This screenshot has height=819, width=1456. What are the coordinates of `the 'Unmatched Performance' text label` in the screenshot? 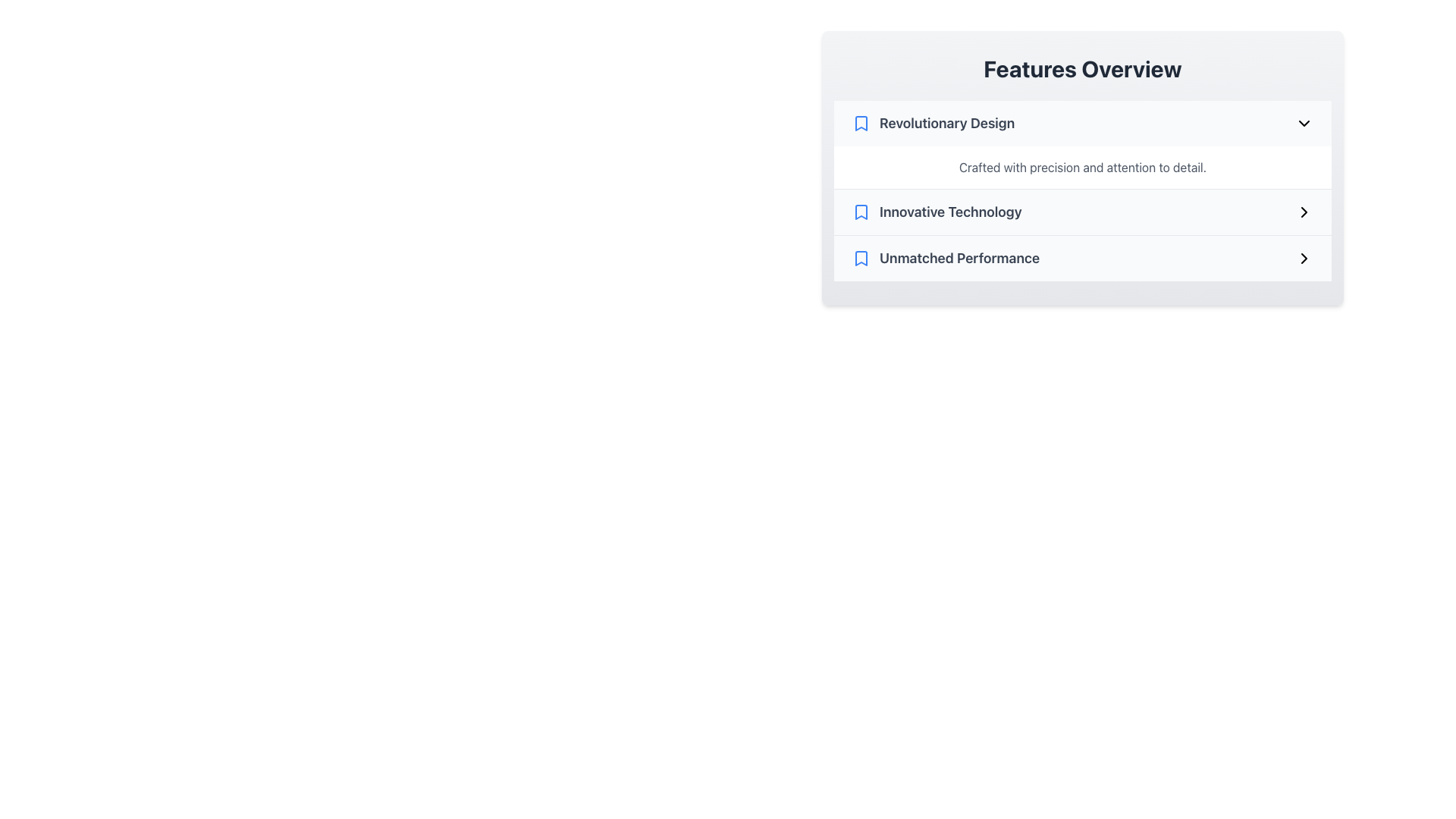 It's located at (959, 257).